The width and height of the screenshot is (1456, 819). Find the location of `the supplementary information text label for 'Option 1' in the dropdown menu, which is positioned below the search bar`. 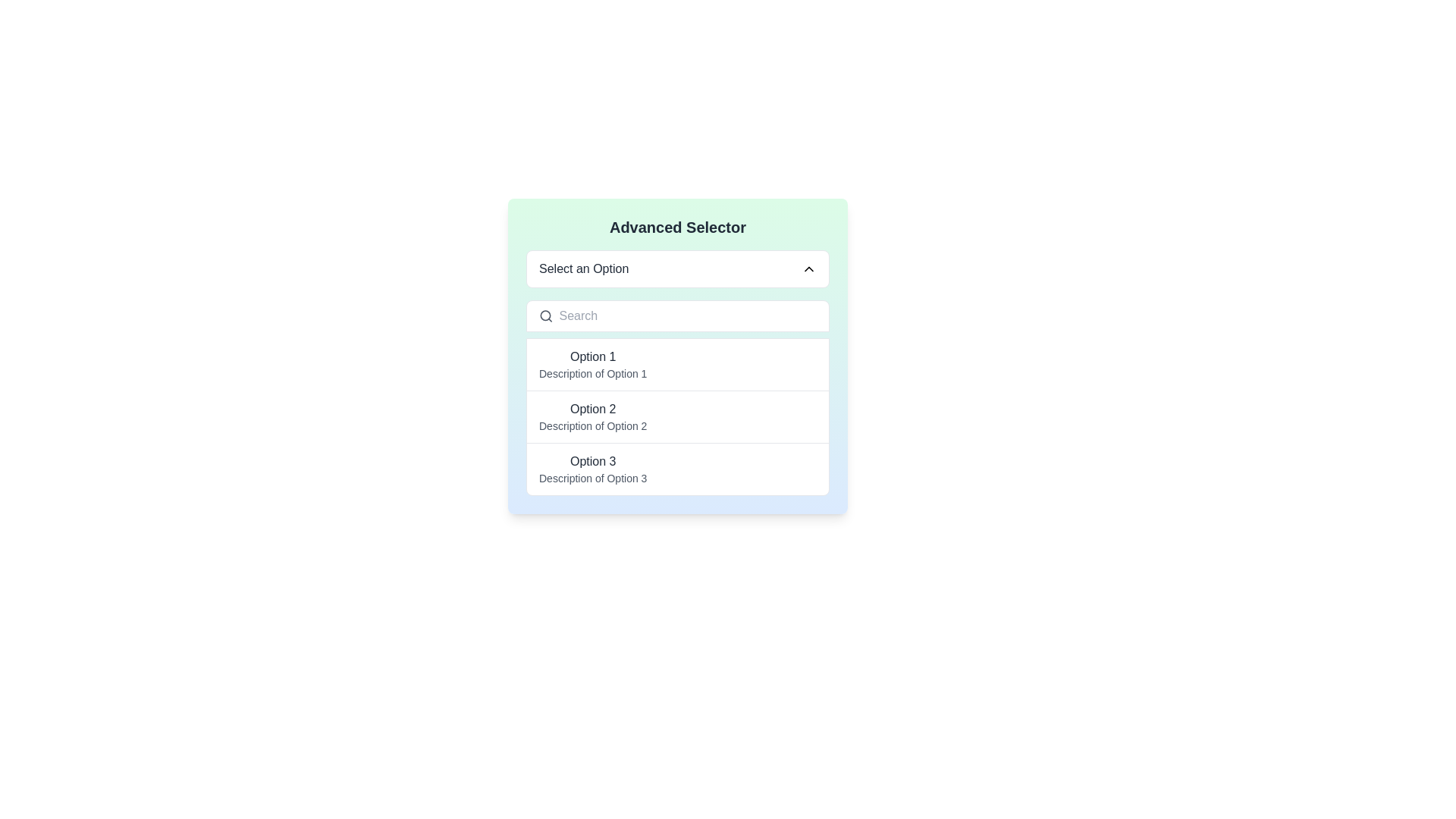

the supplementary information text label for 'Option 1' in the dropdown menu, which is positioned below the search bar is located at coordinates (592, 374).